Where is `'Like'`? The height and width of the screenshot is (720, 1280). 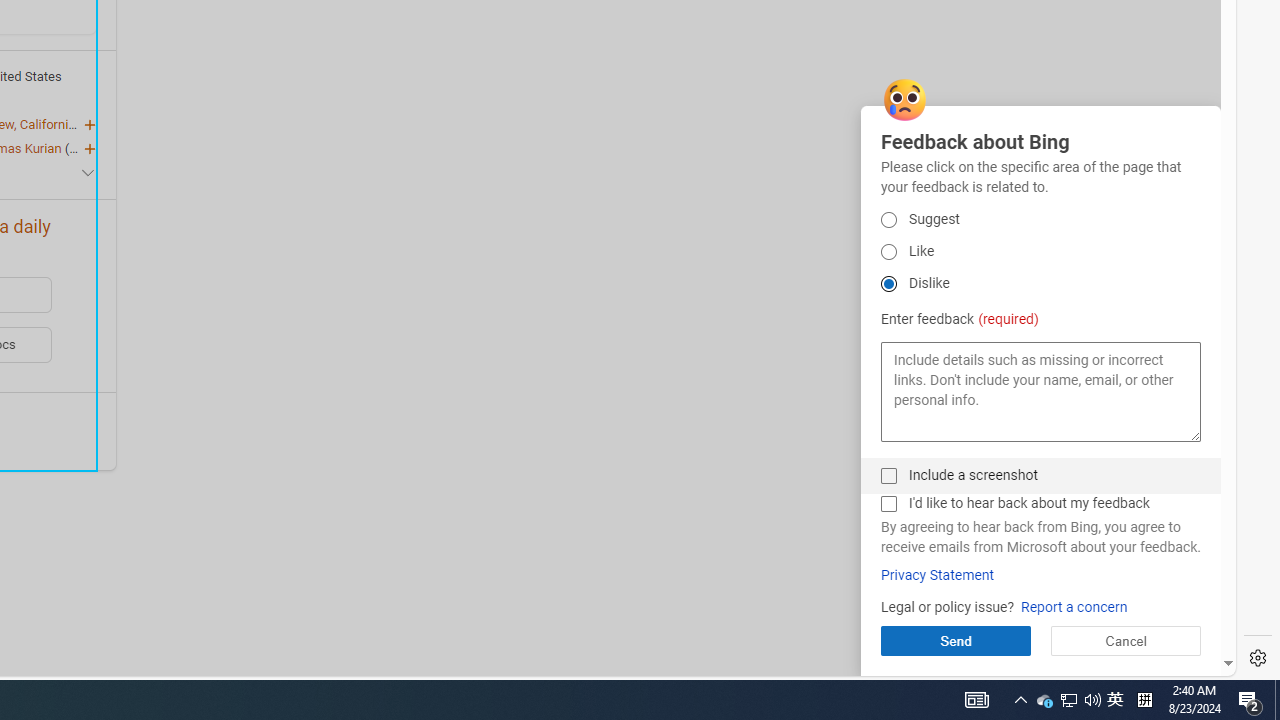
'Like' is located at coordinates (887, 250).